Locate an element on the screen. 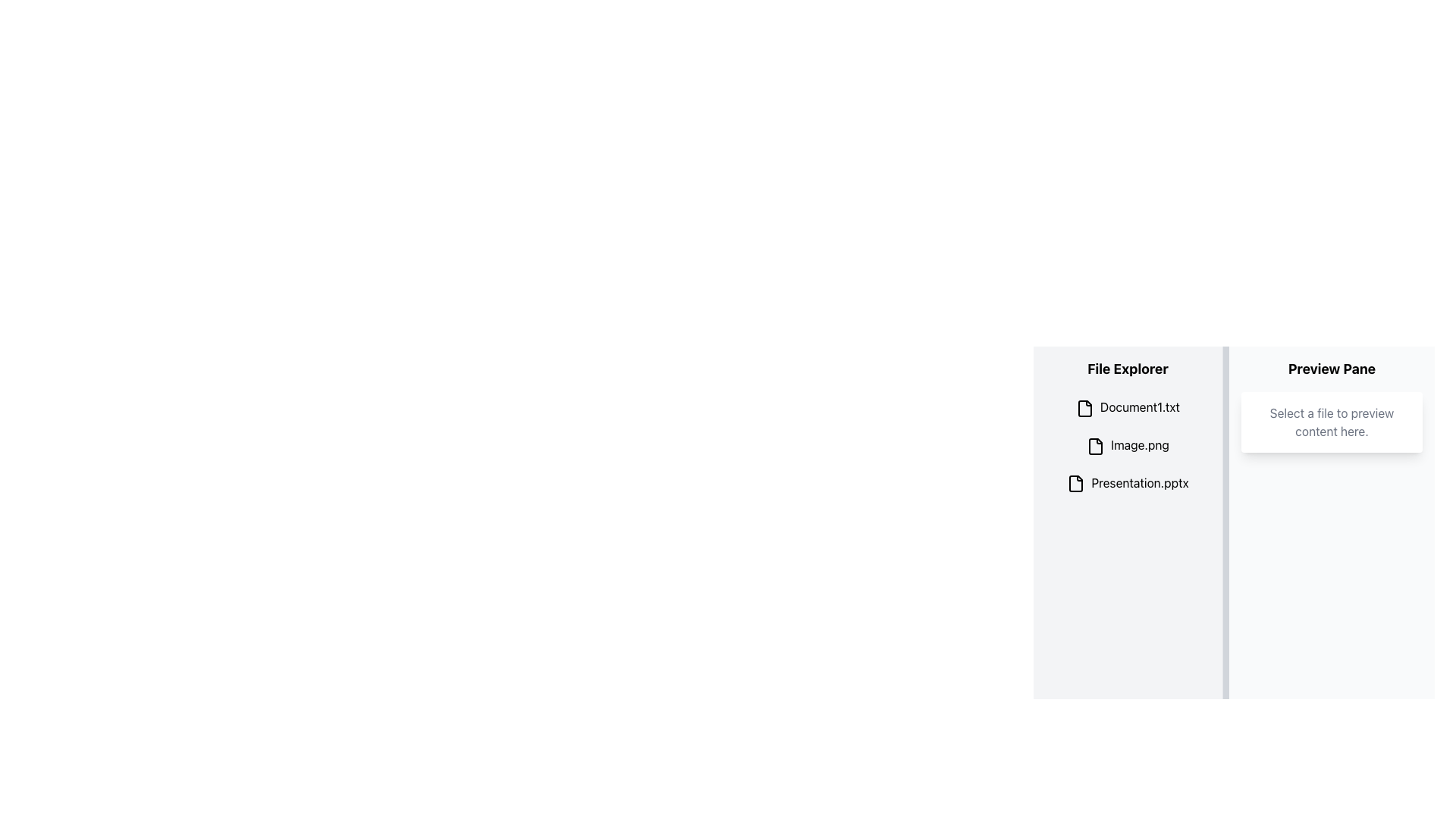 The width and height of the screenshot is (1456, 819). the first icon in the File Explorer list representing 'Document1.txt' by moving the cursor to its center point is located at coordinates (1084, 406).